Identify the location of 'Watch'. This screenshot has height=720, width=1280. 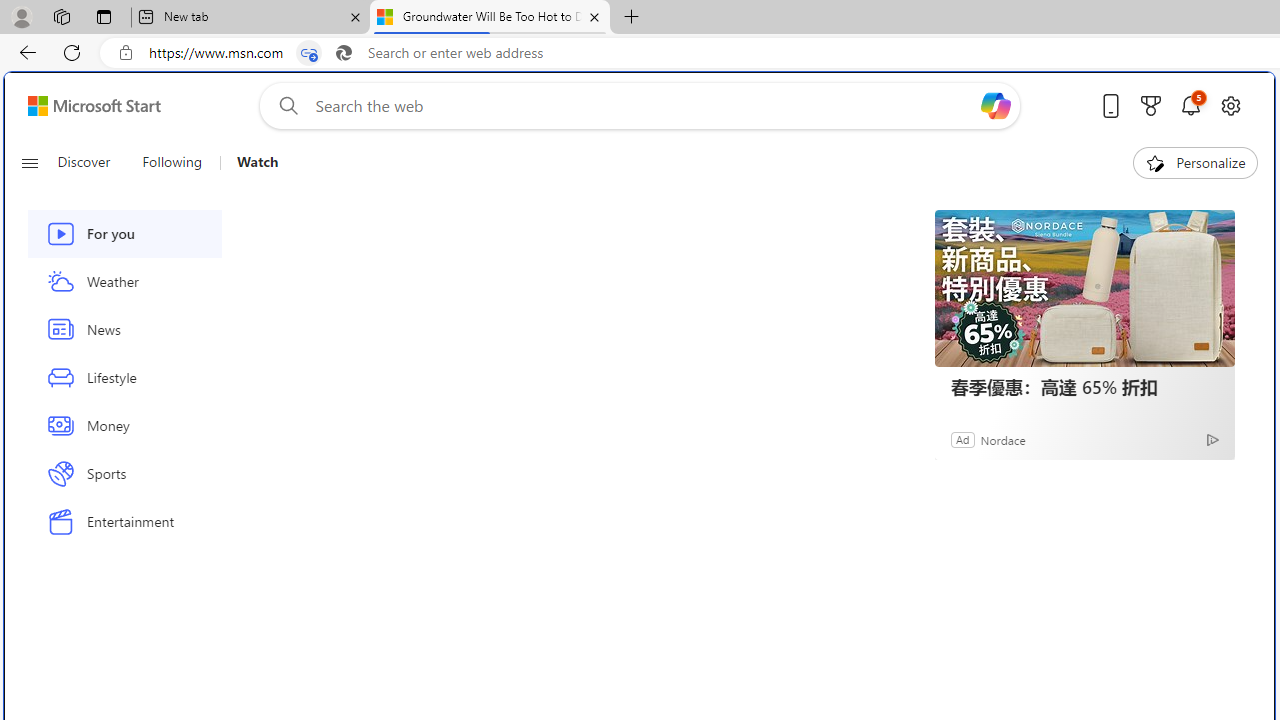
(248, 162).